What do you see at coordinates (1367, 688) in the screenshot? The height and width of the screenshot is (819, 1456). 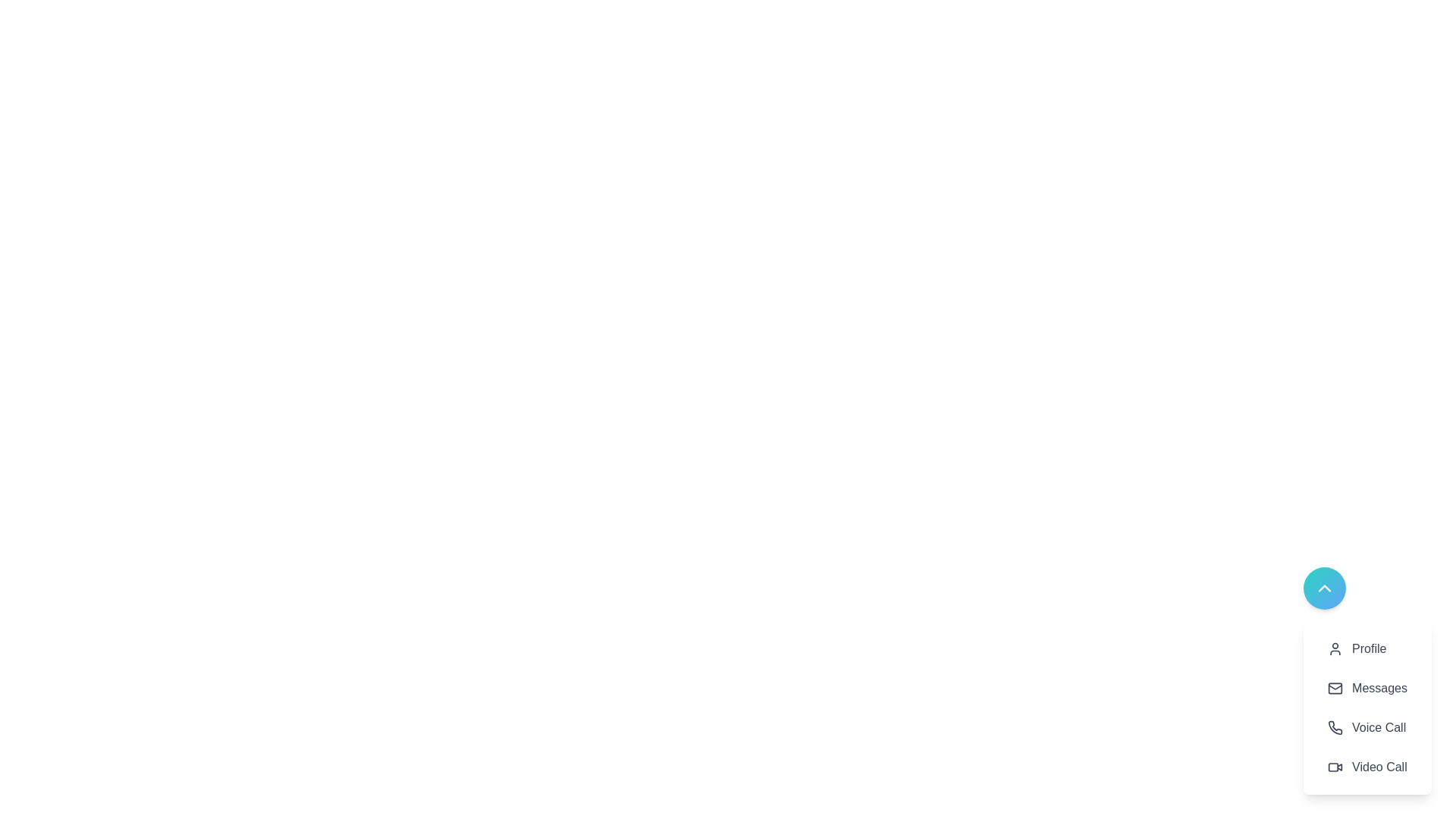 I see `the 'Messages' button in the action list` at bounding box center [1367, 688].